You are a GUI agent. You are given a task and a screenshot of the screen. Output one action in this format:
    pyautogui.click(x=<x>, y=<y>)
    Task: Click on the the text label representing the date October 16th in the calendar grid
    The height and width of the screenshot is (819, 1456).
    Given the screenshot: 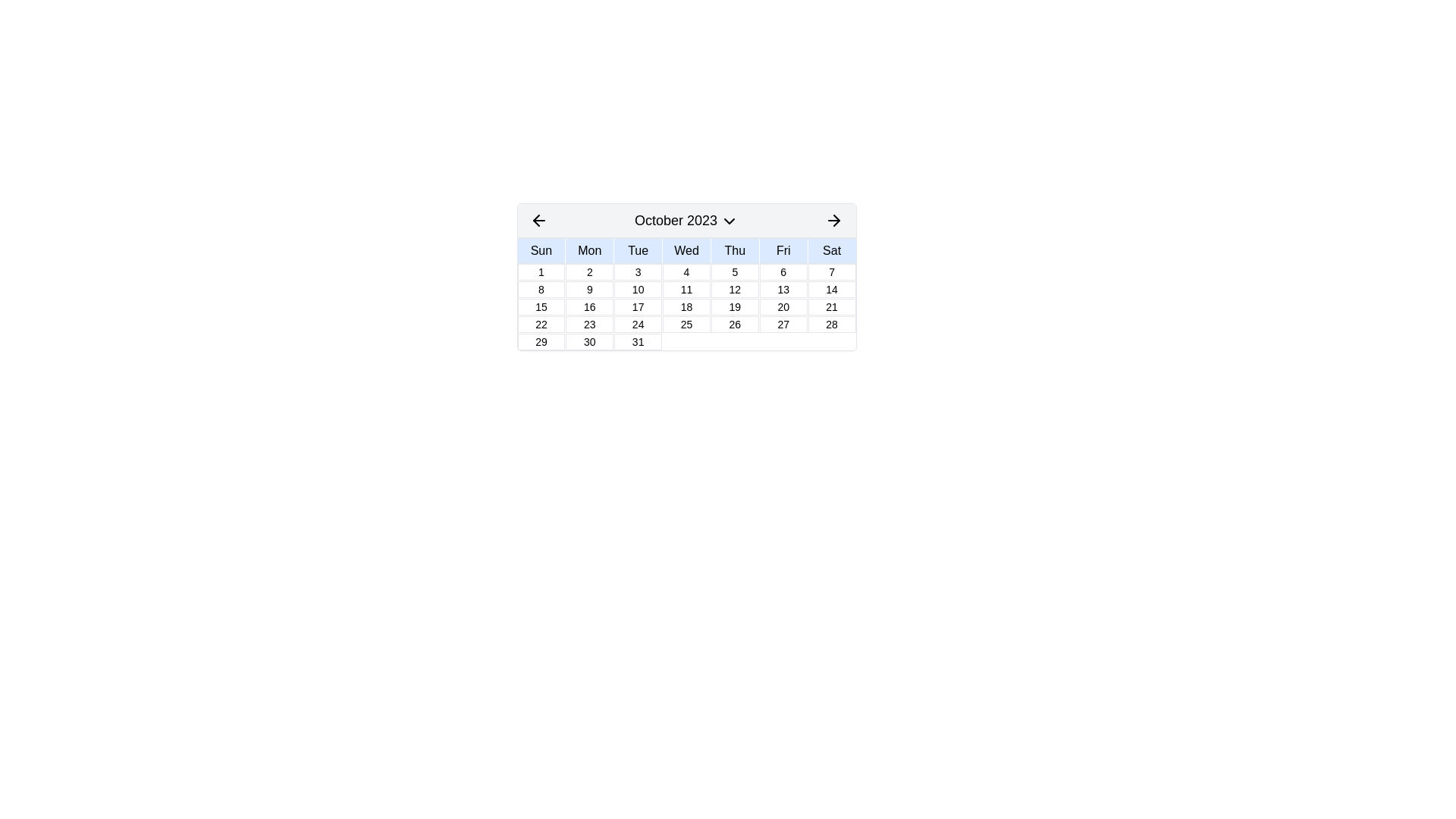 What is the action you would take?
    pyautogui.click(x=588, y=307)
    